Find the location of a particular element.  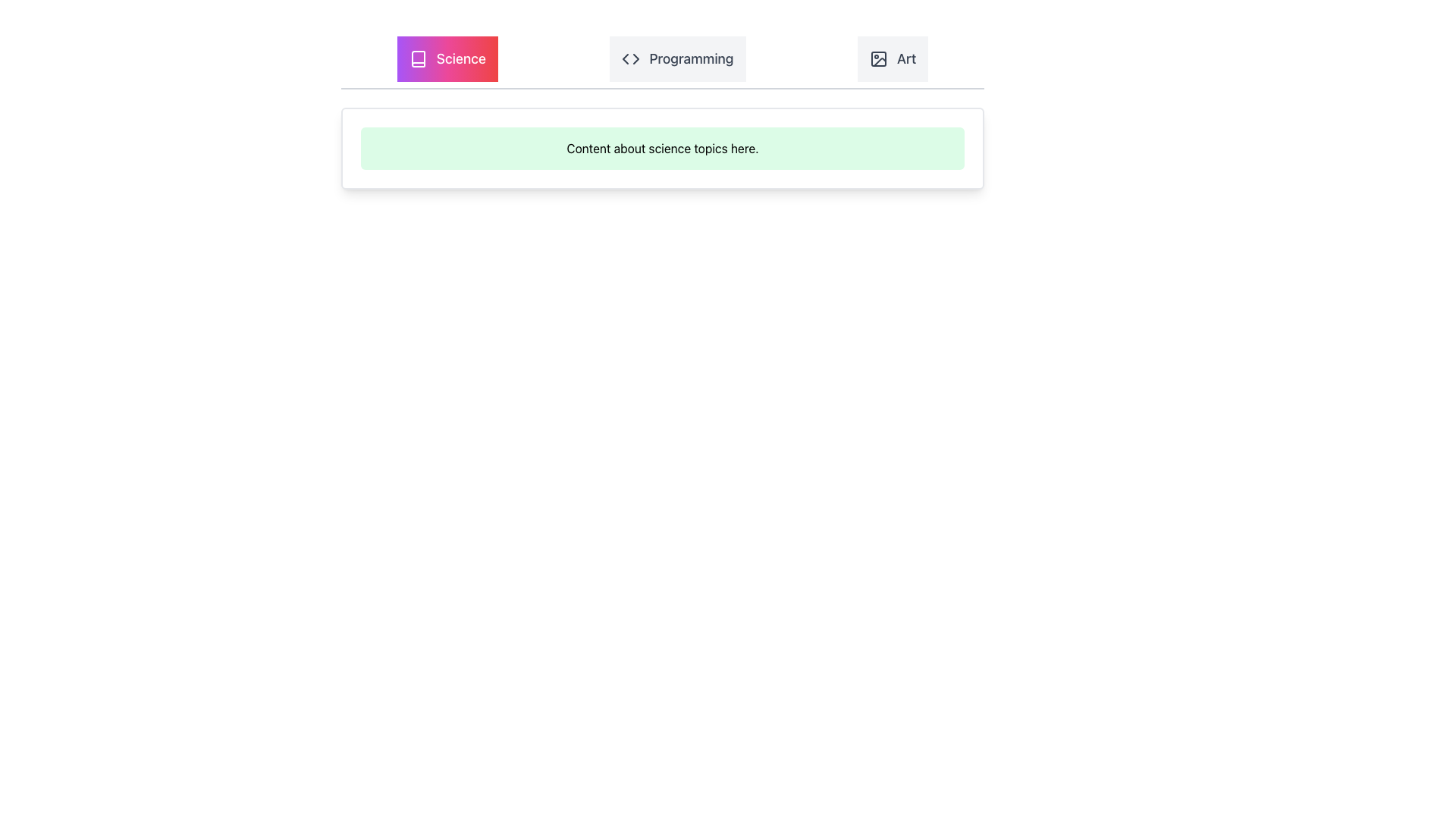

the left triangular element of the bi-directional arrow icon, which is part of an SVG illustration used for navigation is located at coordinates (626, 58).